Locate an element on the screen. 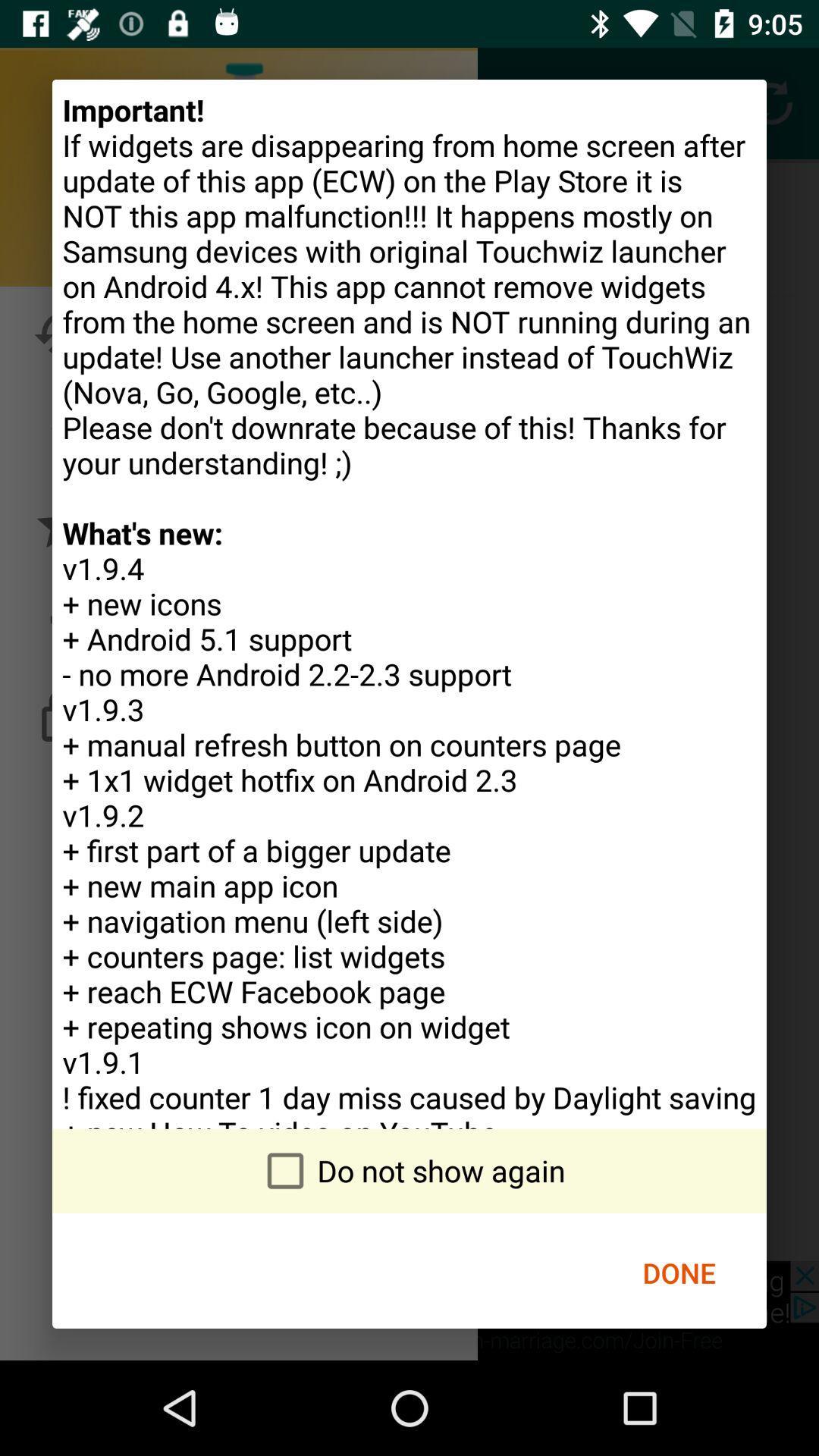 The image size is (819, 1456). do not show is located at coordinates (409, 1170).